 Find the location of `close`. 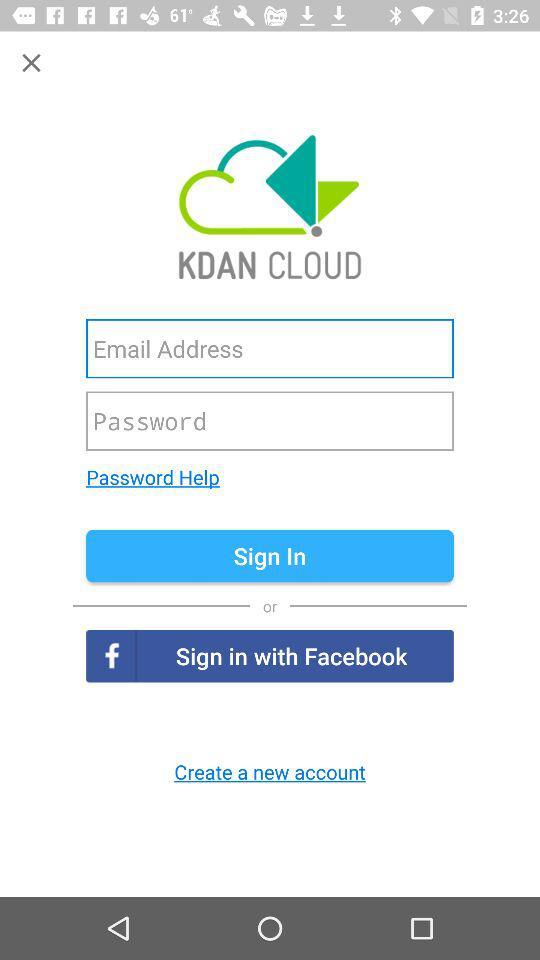

close is located at coordinates (30, 62).